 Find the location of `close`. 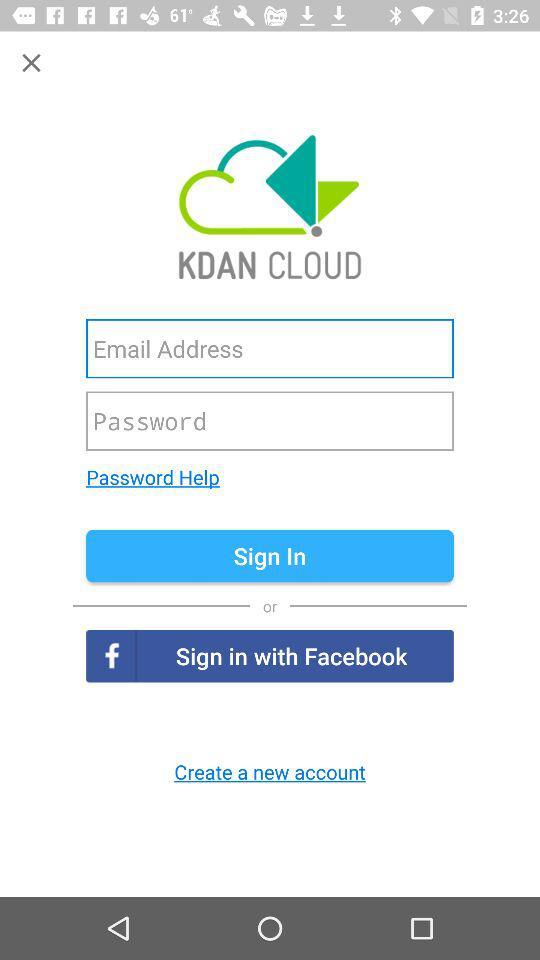

close is located at coordinates (30, 62).